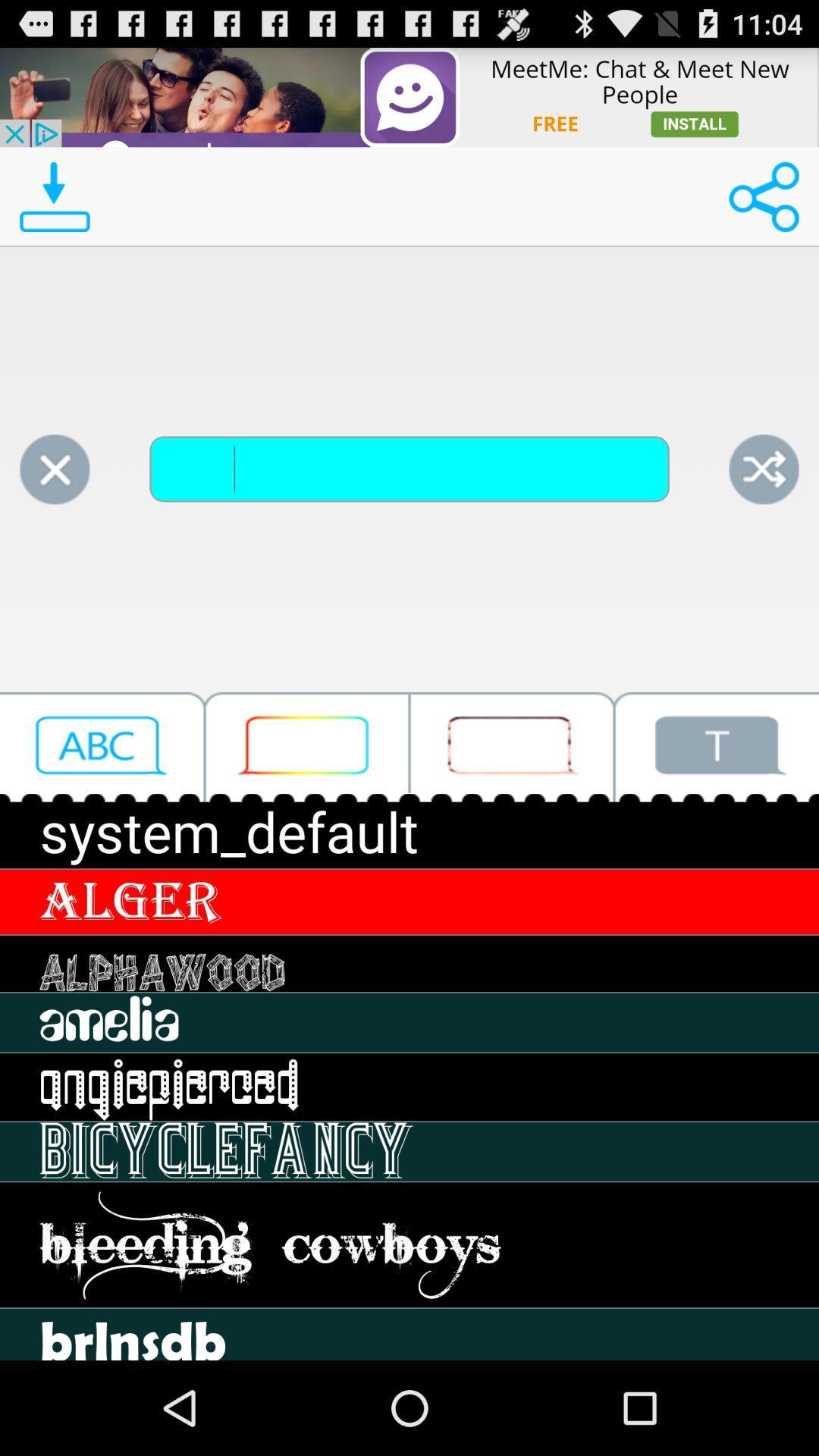  Describe the element at coordinates (512, 747) in the screenshot. I see `blink option` at that location.